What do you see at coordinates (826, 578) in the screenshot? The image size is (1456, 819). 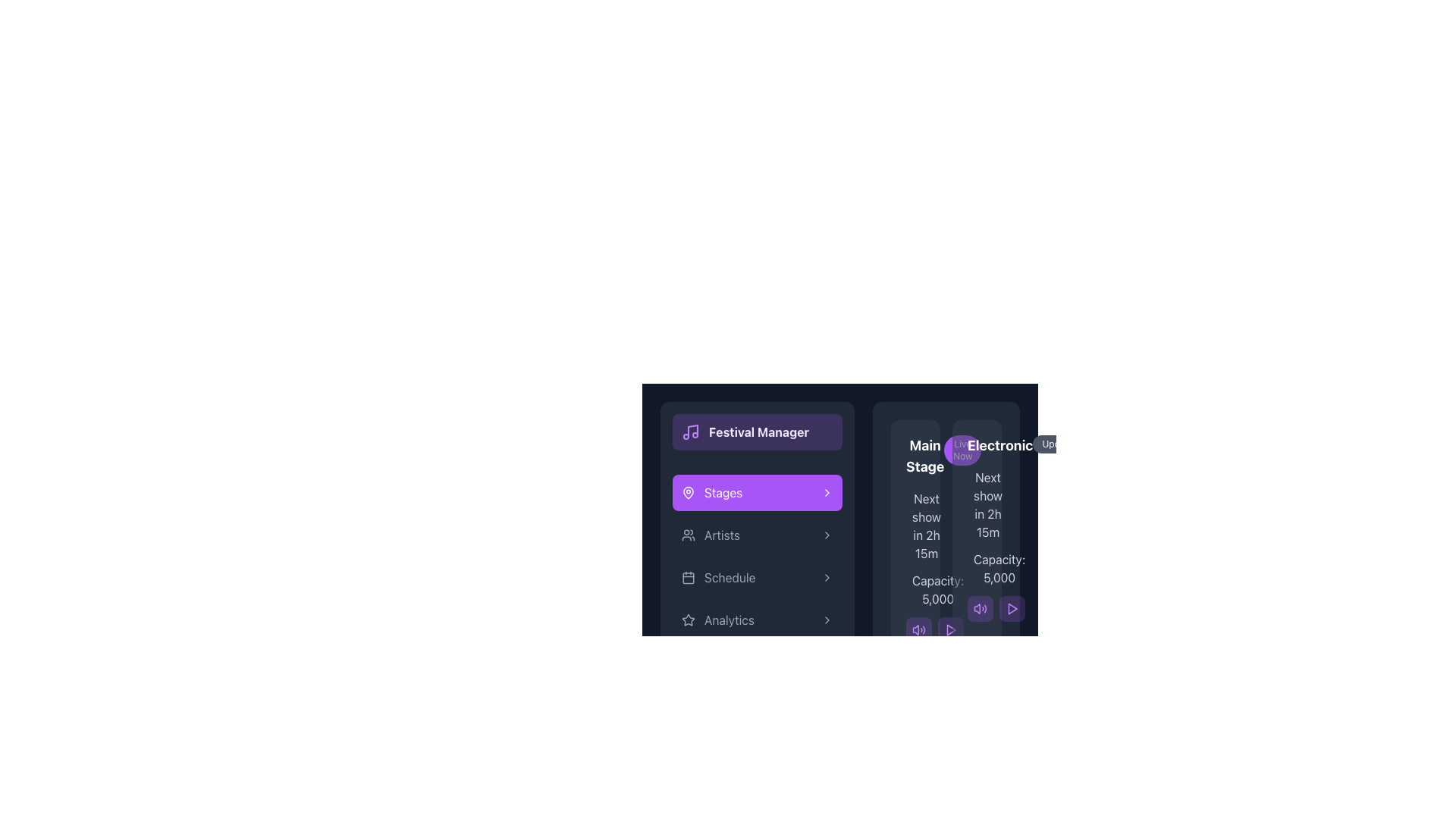 I see `the arrow icon at the right end of the 'Schedule' list item in the vertical menu` at bounding box center [826, 578].